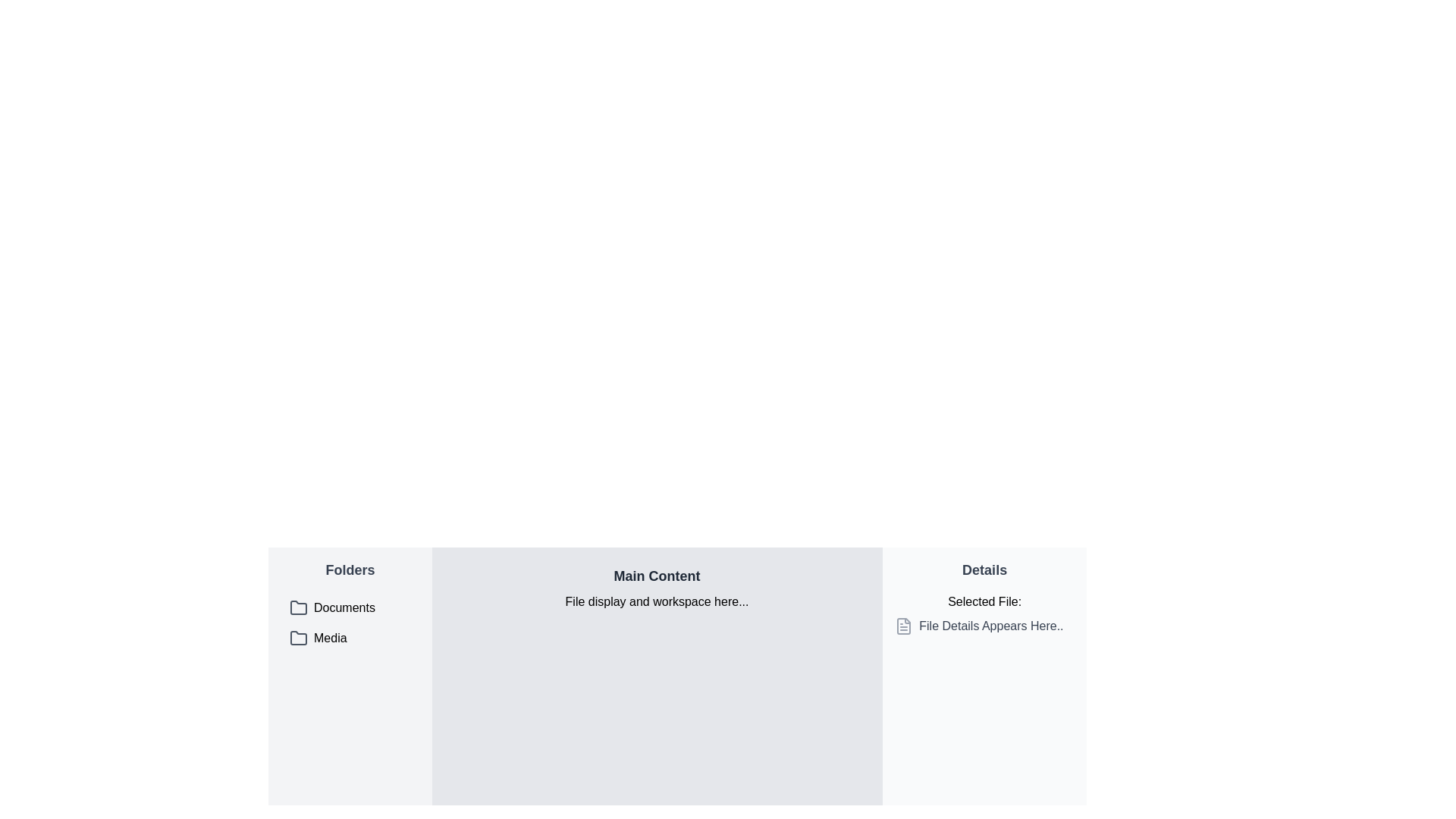 This screenshot has height=819, width=1456. What do you see at coordinates (298, 638) in the screenshot?
I see `the folder icon representing the 'Media' section, which is located in the vertical list of items in the sidebar, positioned to the left of the text label 'Media'` at bounding box center [298, 638].